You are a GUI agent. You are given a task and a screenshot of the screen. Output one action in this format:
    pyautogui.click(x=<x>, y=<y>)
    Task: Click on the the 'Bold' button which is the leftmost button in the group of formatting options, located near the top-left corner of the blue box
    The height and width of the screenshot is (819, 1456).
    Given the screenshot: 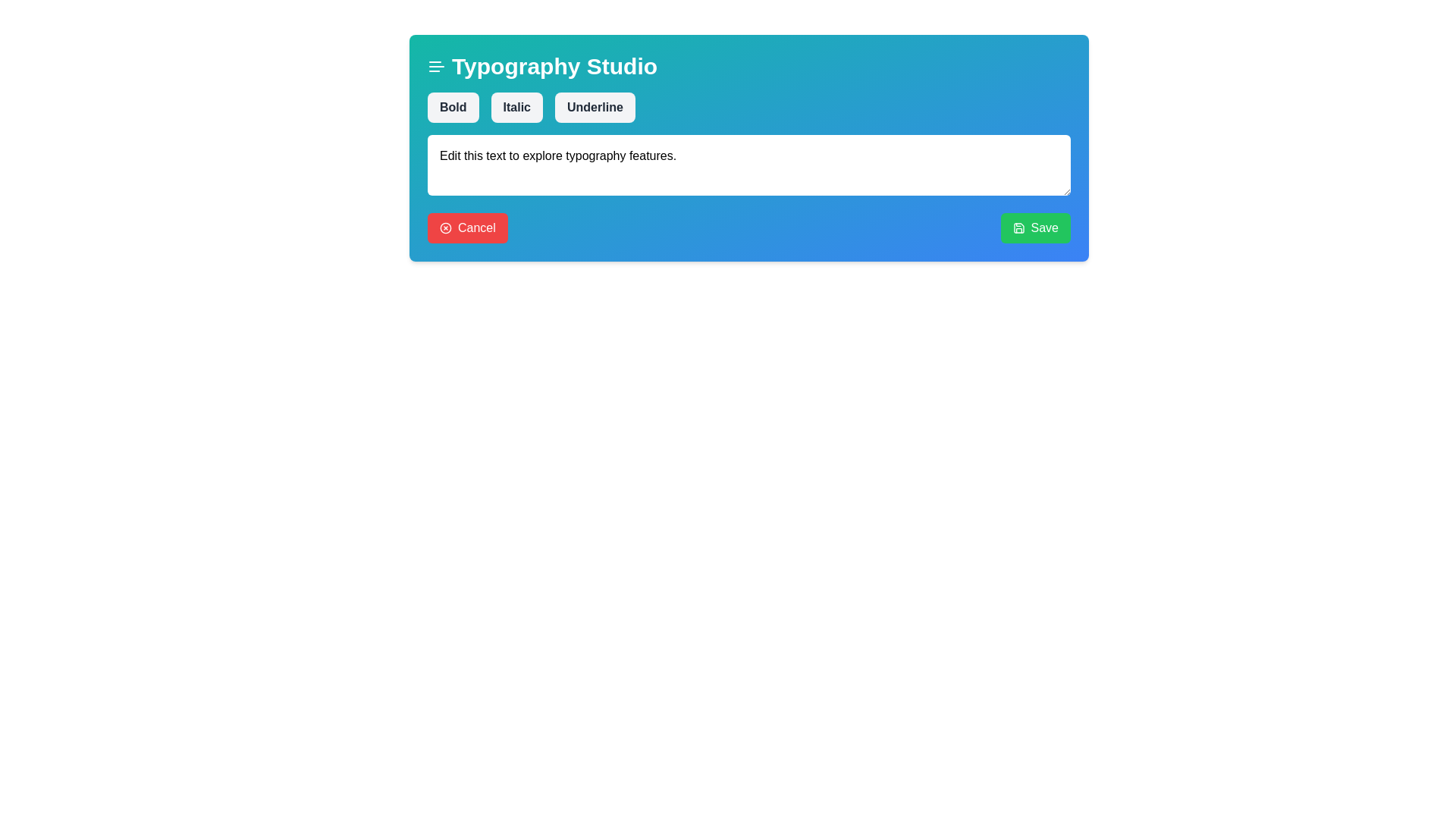 What is the action you would take?
    pyautogui.click(x=452, y=107)
    